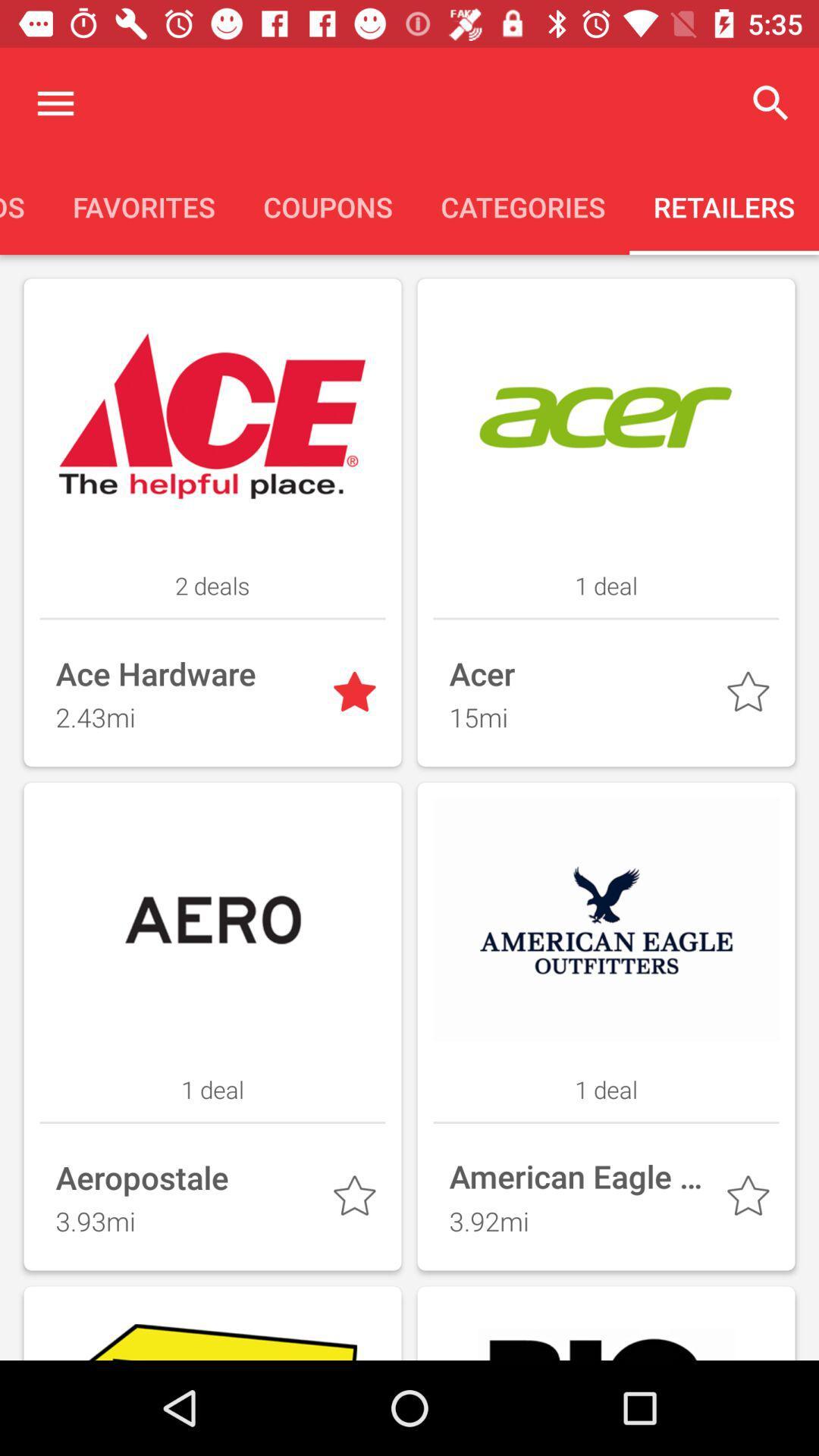  Describe the element at coordinates (357, 695) in the screenshot. I see `favorite` at that location.